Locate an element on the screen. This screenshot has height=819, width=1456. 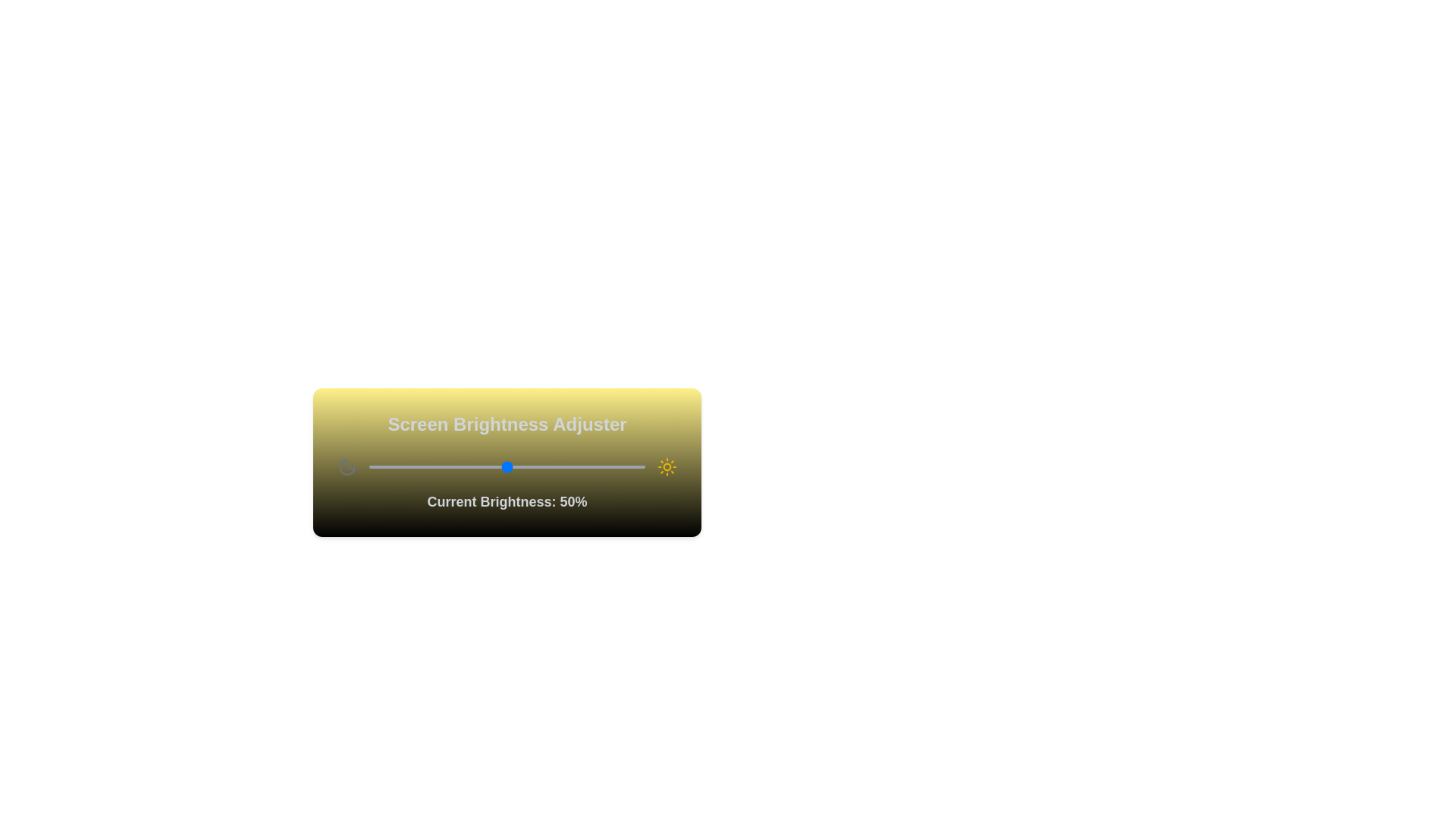
the brightness slider to 65% is located at coordinates (548, 466).